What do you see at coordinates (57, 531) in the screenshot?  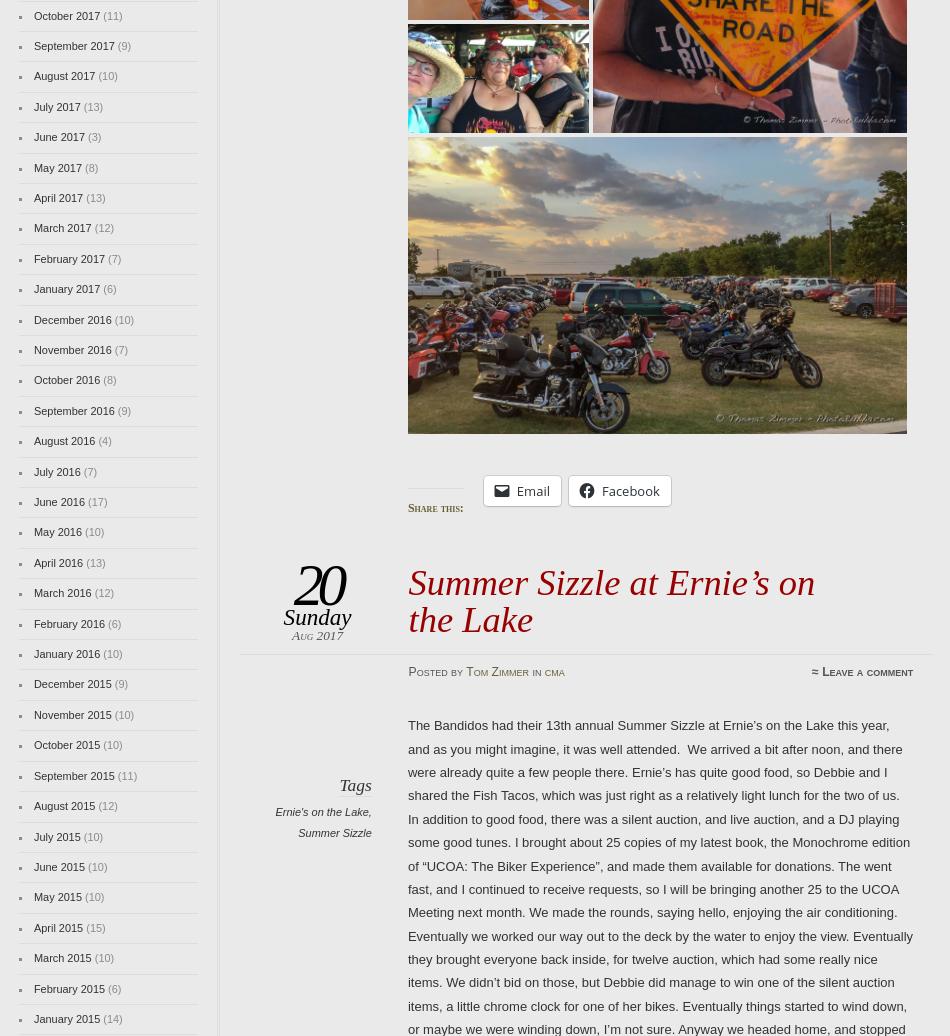 I see `'May 2016'` at bounding box center [57, 531].